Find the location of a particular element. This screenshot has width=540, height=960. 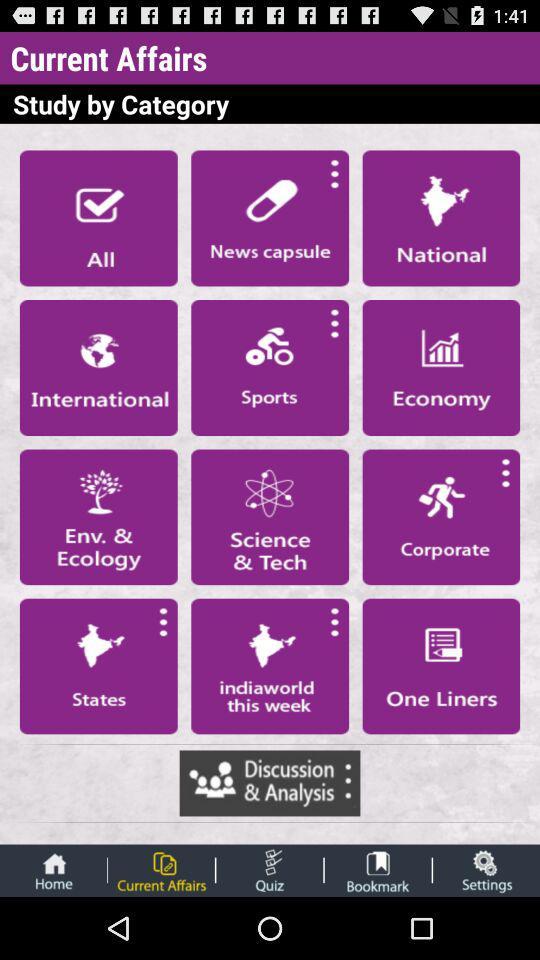

open new category is located at coordinates (441, 366).